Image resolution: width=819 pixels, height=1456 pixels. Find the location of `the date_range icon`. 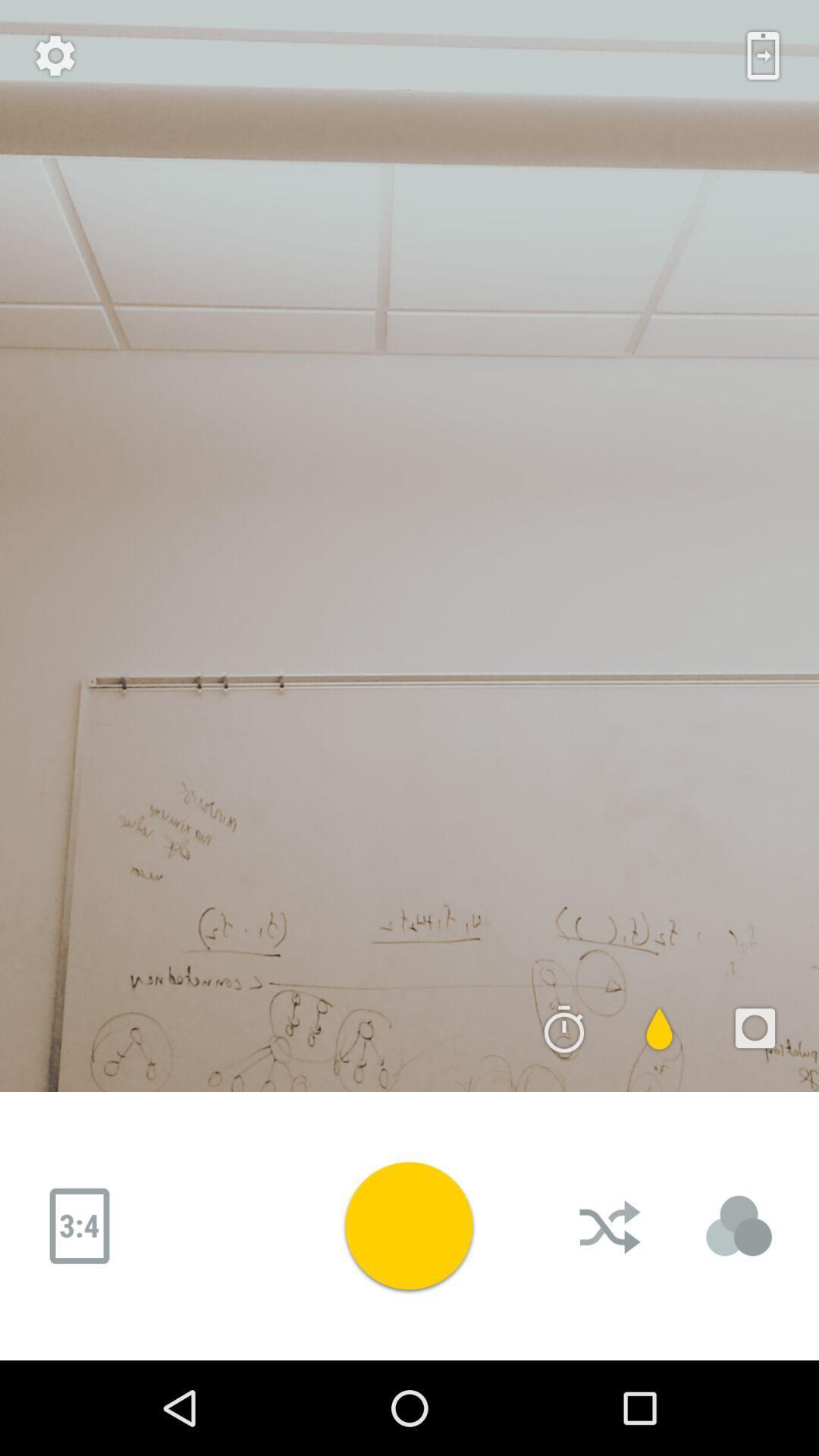

the date_range icon is located at coordinates (763, 55).